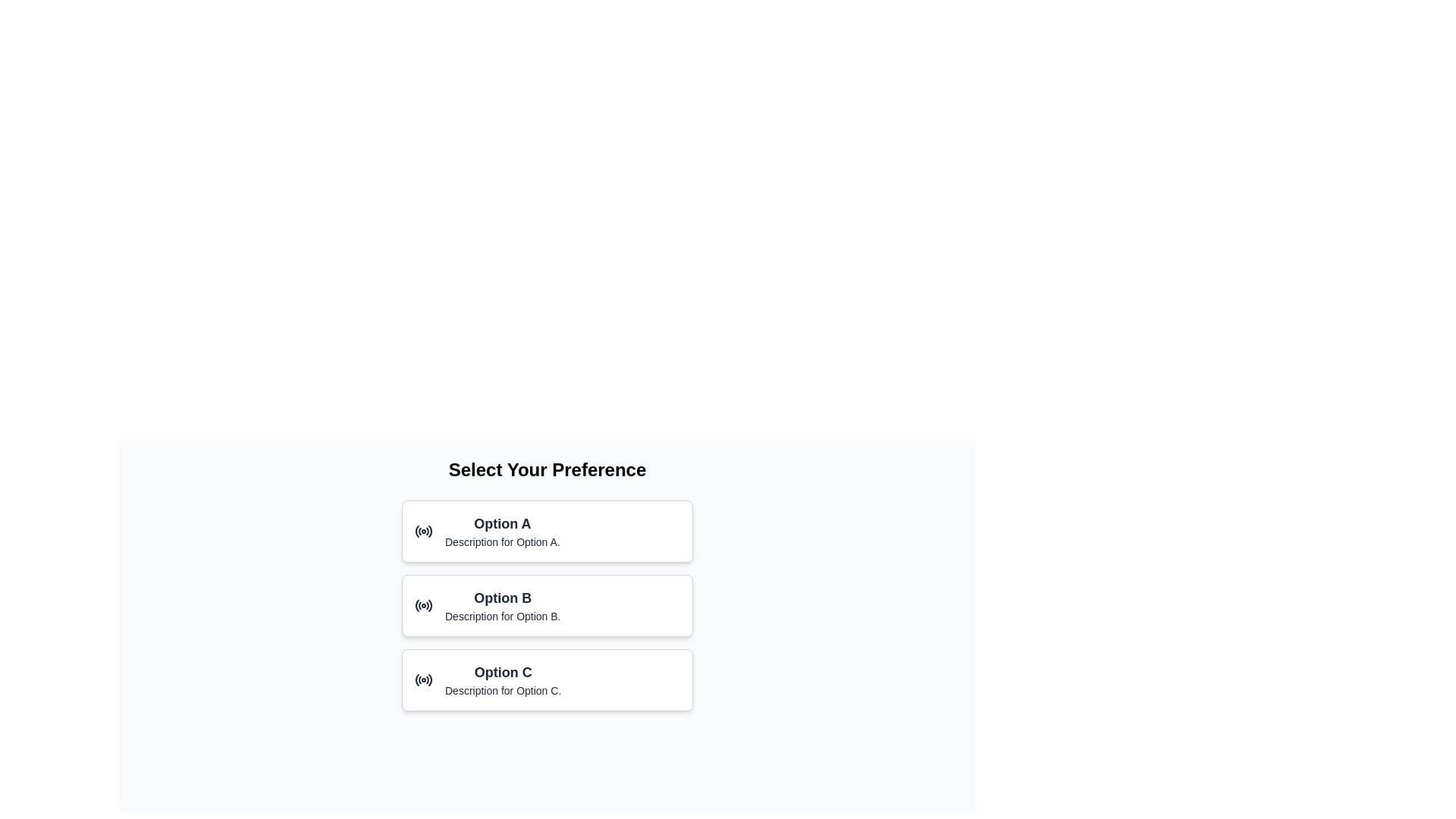  Describe the element at coordinates (429, 604) in the screenshot. I see `the rightmost arc of the circular radio button UI component for 'Option B', which is styled with a 2px width stroke` at that location.